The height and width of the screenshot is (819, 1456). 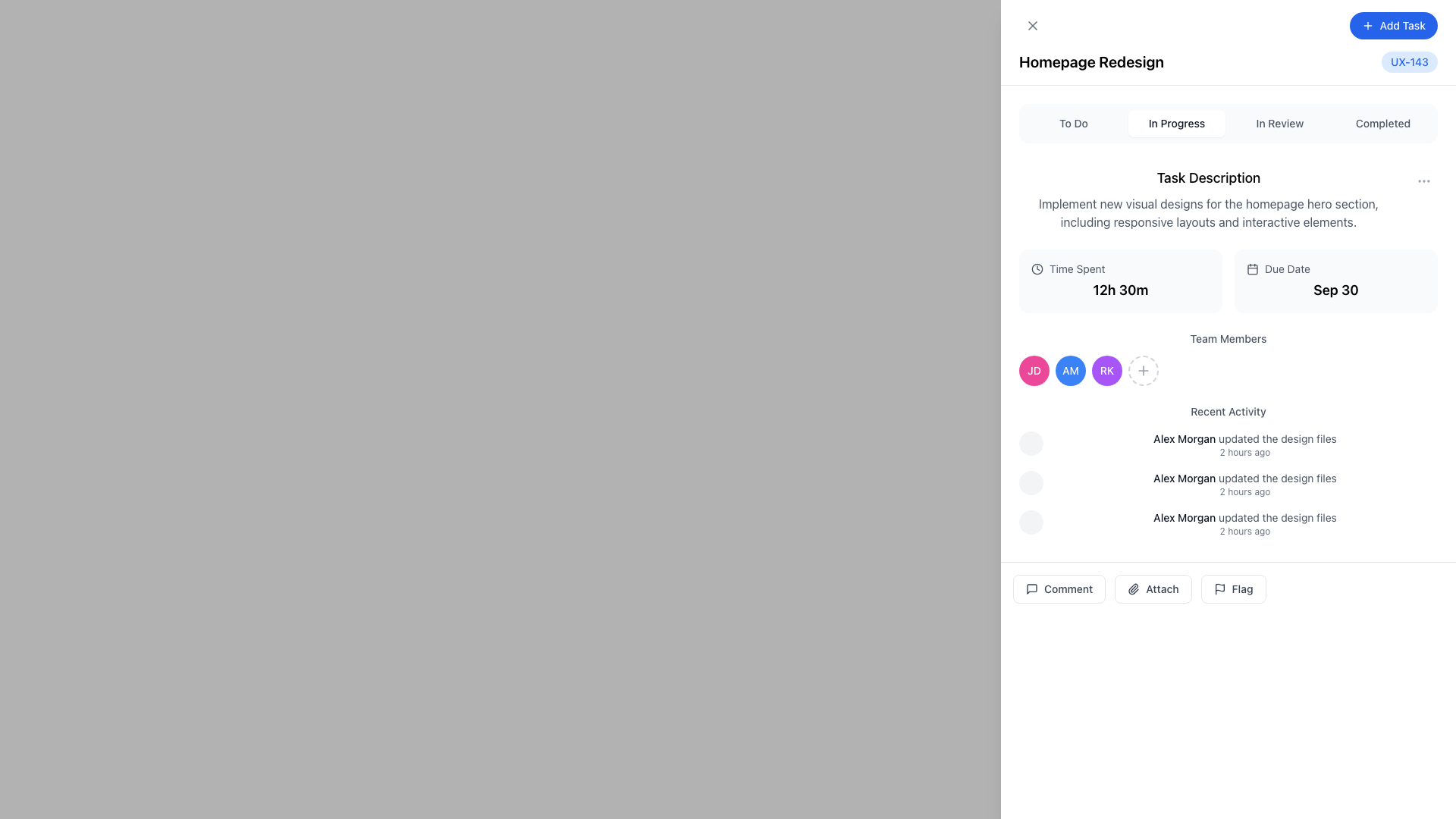 I want to click on the user name text label in the Recent Activity section, which is the first bolded text within the activity log, so click(x=1184, y=438).